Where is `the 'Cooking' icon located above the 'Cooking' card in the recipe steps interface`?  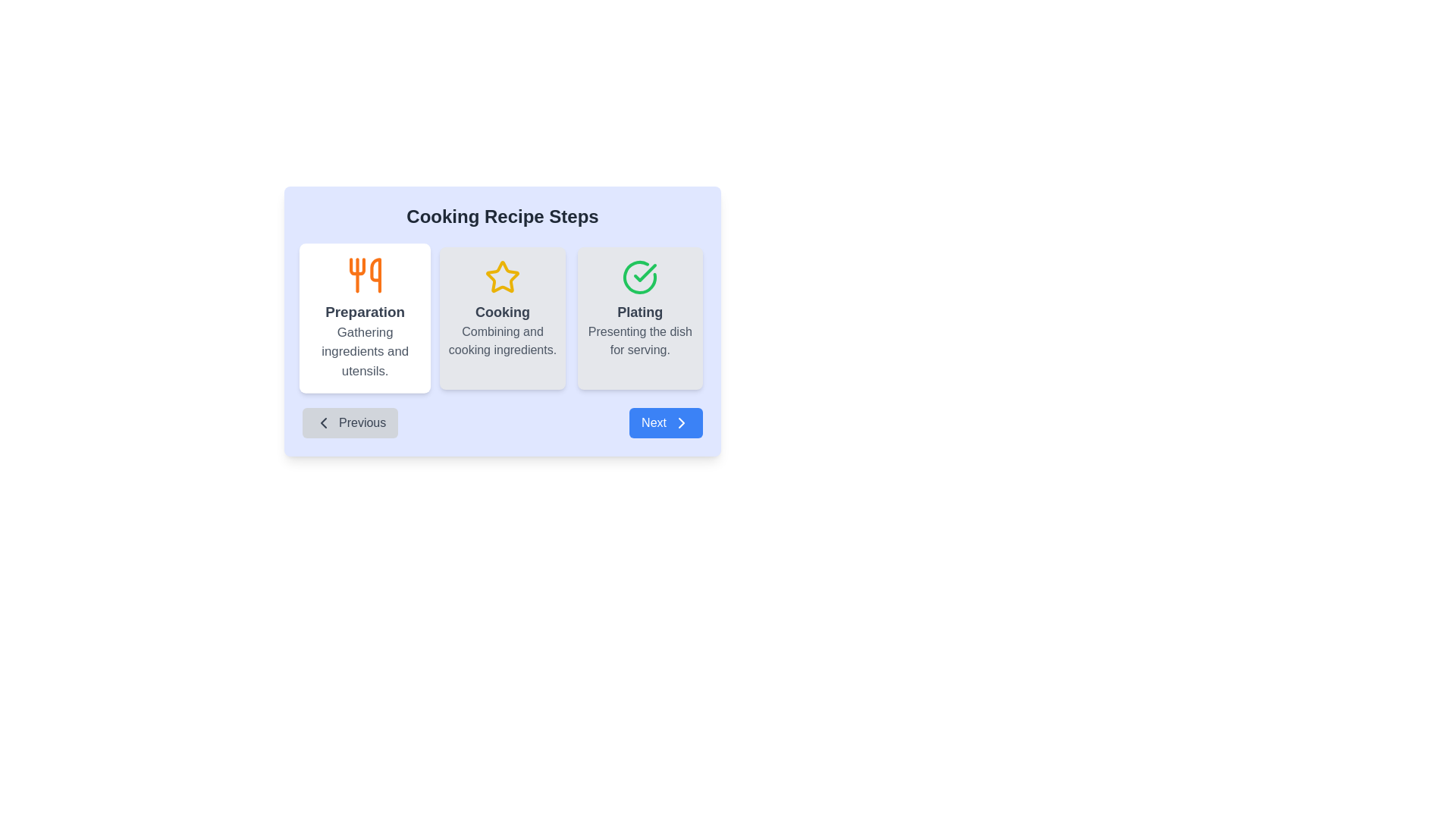 the 'Cooking' icon located above the 'Cooking' card in the recipe steps interface is located at coordinates (502, 277).